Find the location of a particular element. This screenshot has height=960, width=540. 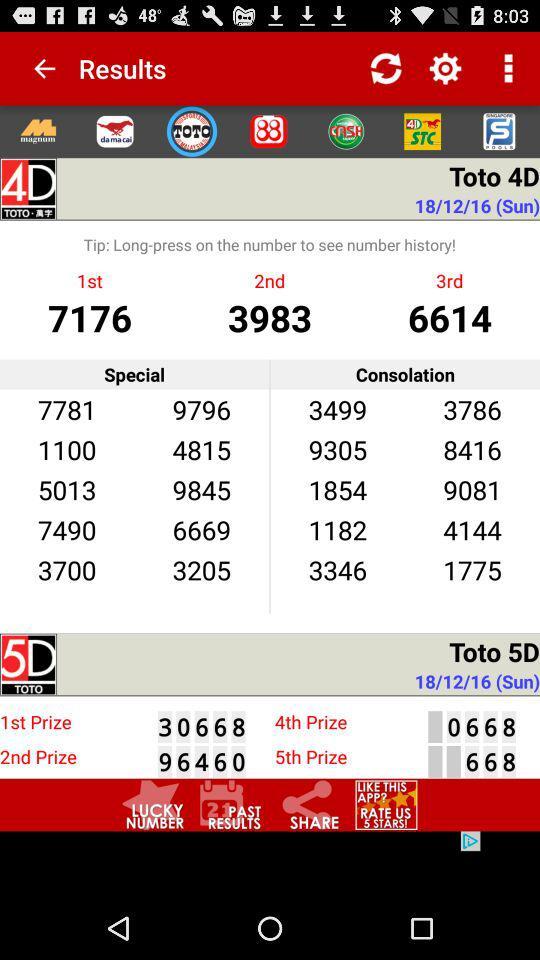

cash is located at coordinates (344, 130).